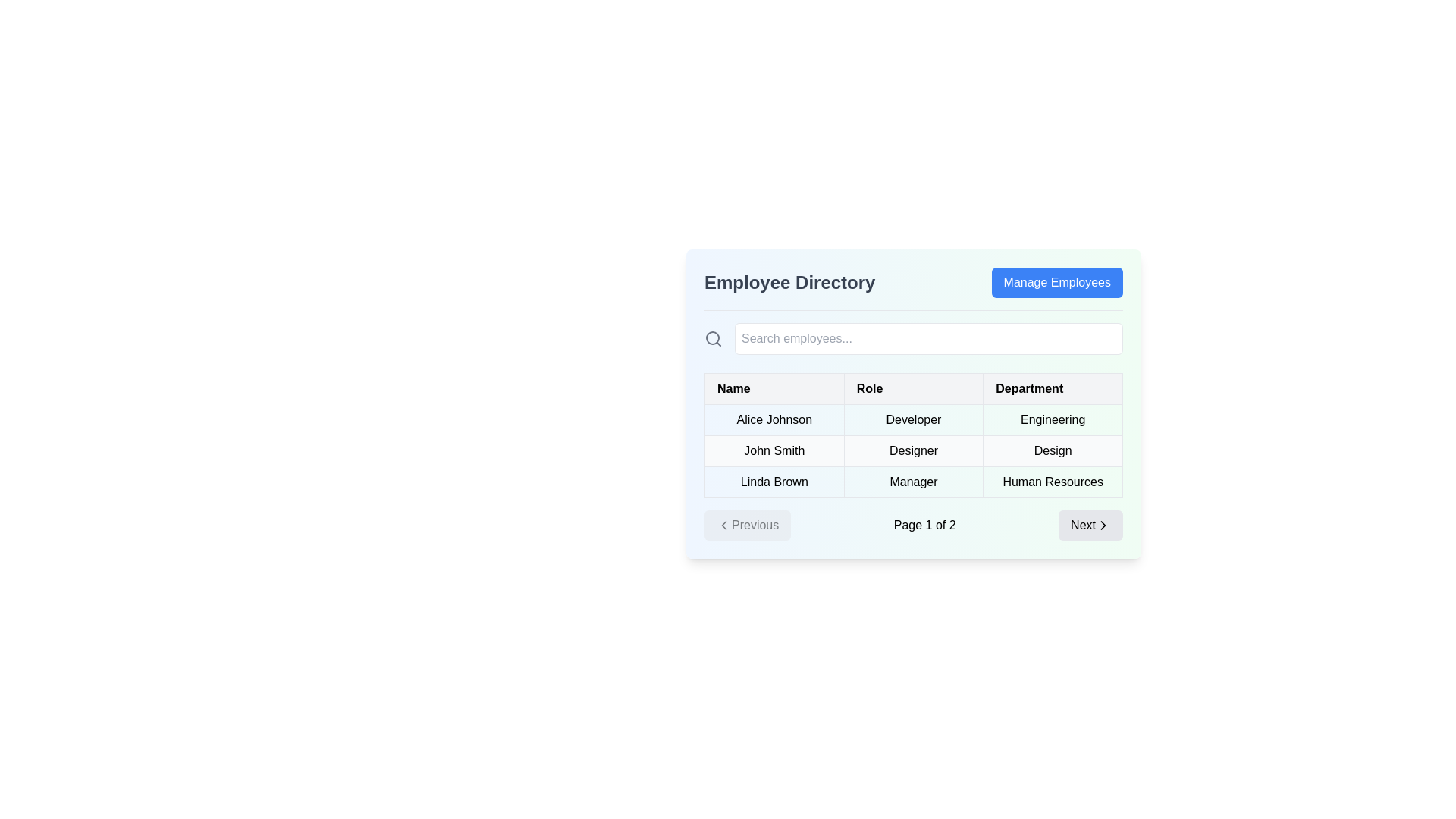 Image resolution: width=1456 pixels, height=819 pixels. I want to click on the Text label displaying 'Linda Brown' in the employee directory table, located in the third row under the 'Name' column, so click(774, 482).